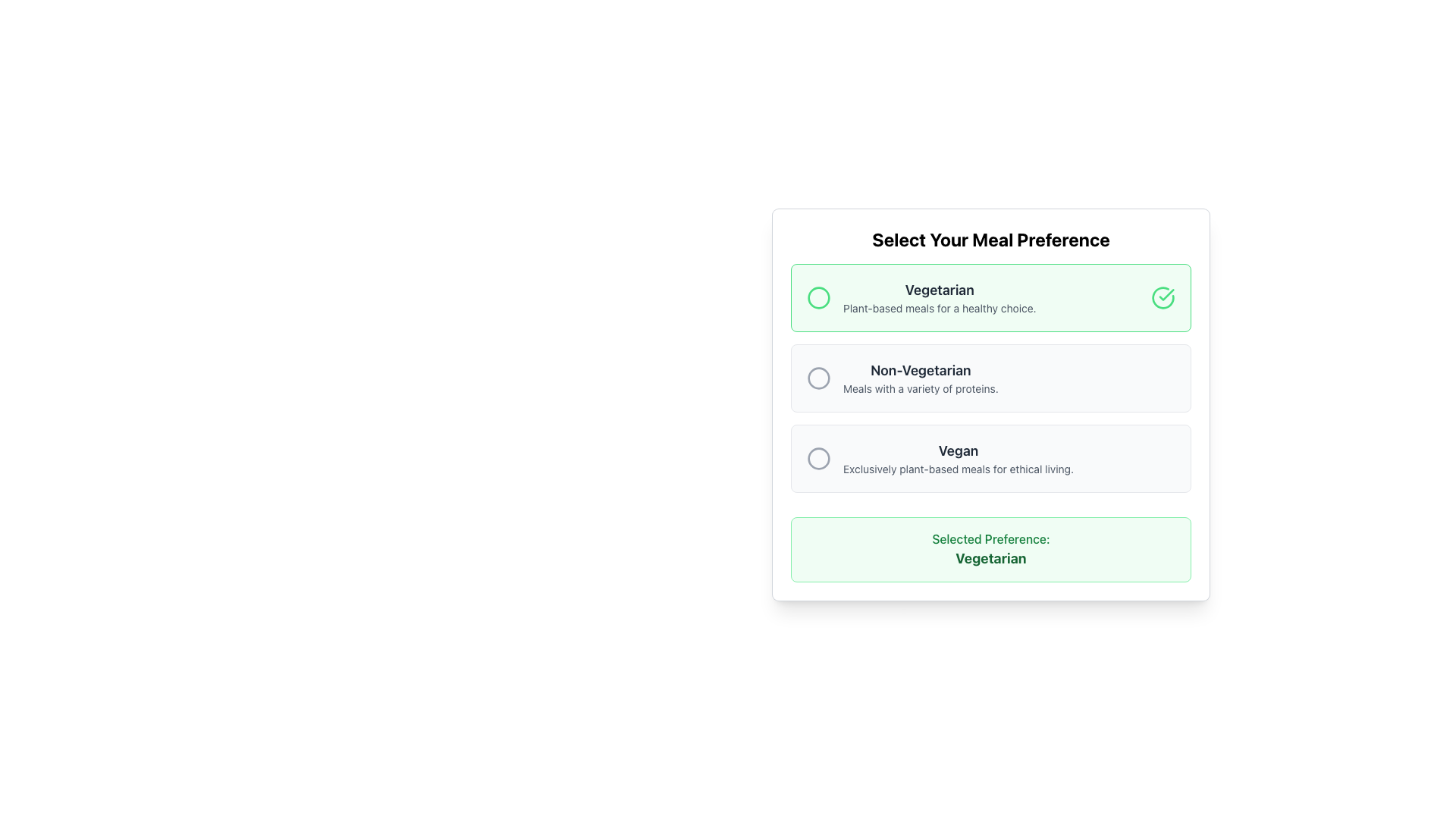  Describe the element at coordinates (939, 298) in the screenshot. I see `information displayed on the 'Vegetarian' meal preference text element, which provides details about the vegetarian option located above the 'Non-Vegetarian' option` at that location.